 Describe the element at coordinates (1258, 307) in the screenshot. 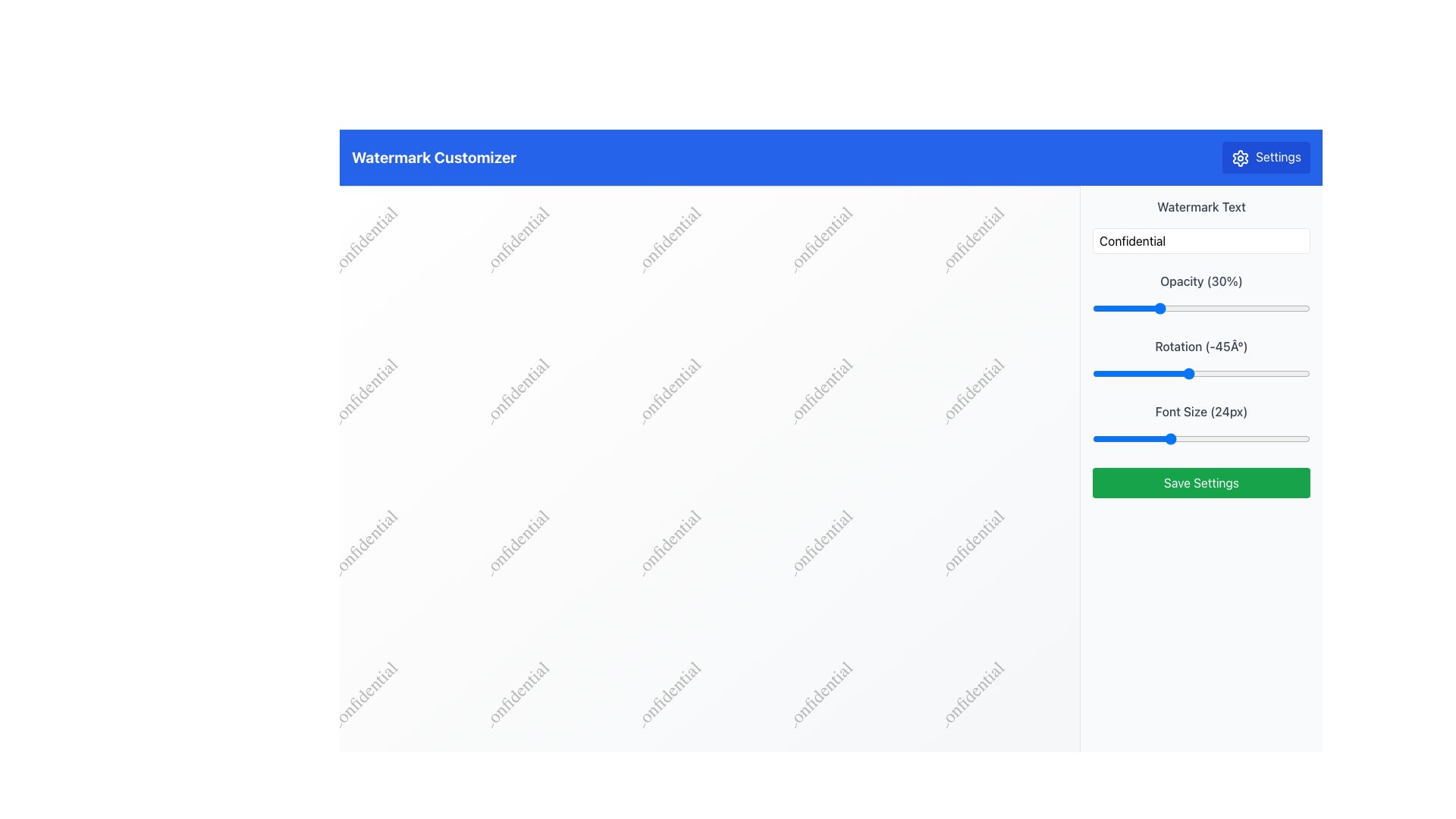

I see `the opacity` at that location.